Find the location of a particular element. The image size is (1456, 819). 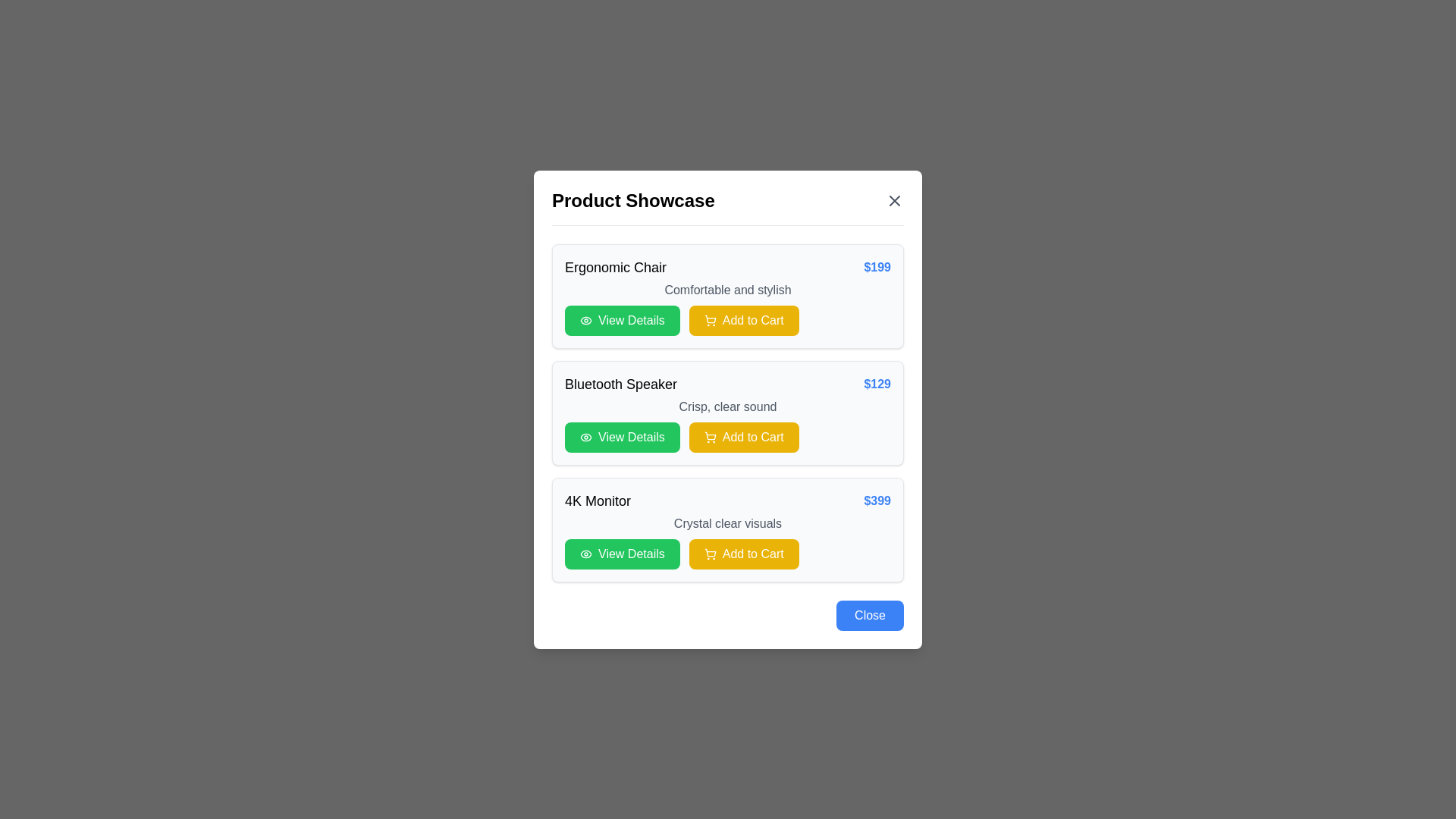

the 'View Details' button, which is a rectangular button with a green background and white text, located below the 'Bluetooth Speaker' product card in the modal is located at coordinates (622, 437).